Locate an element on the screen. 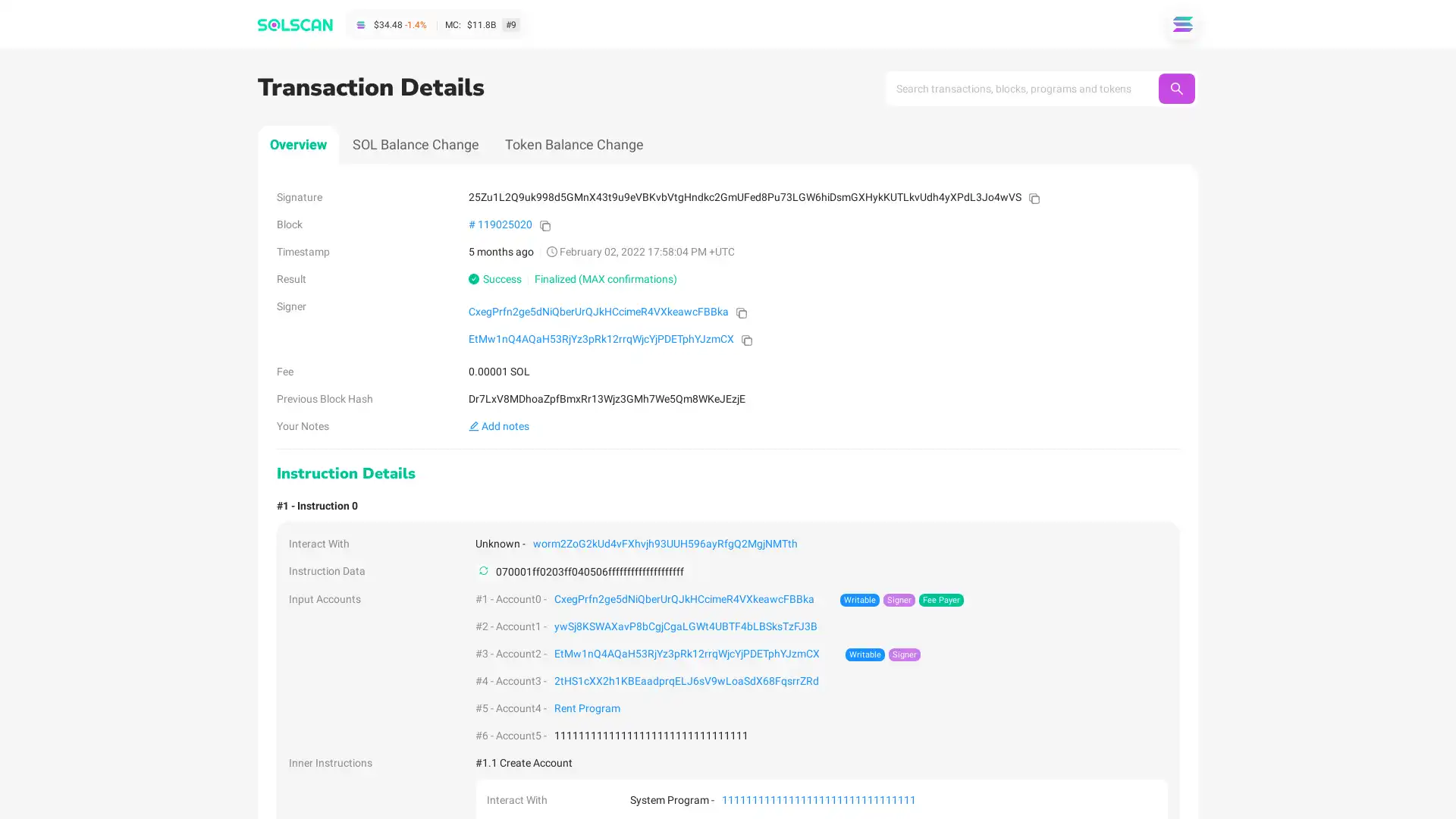  search is located at coordinates (1175, 88).